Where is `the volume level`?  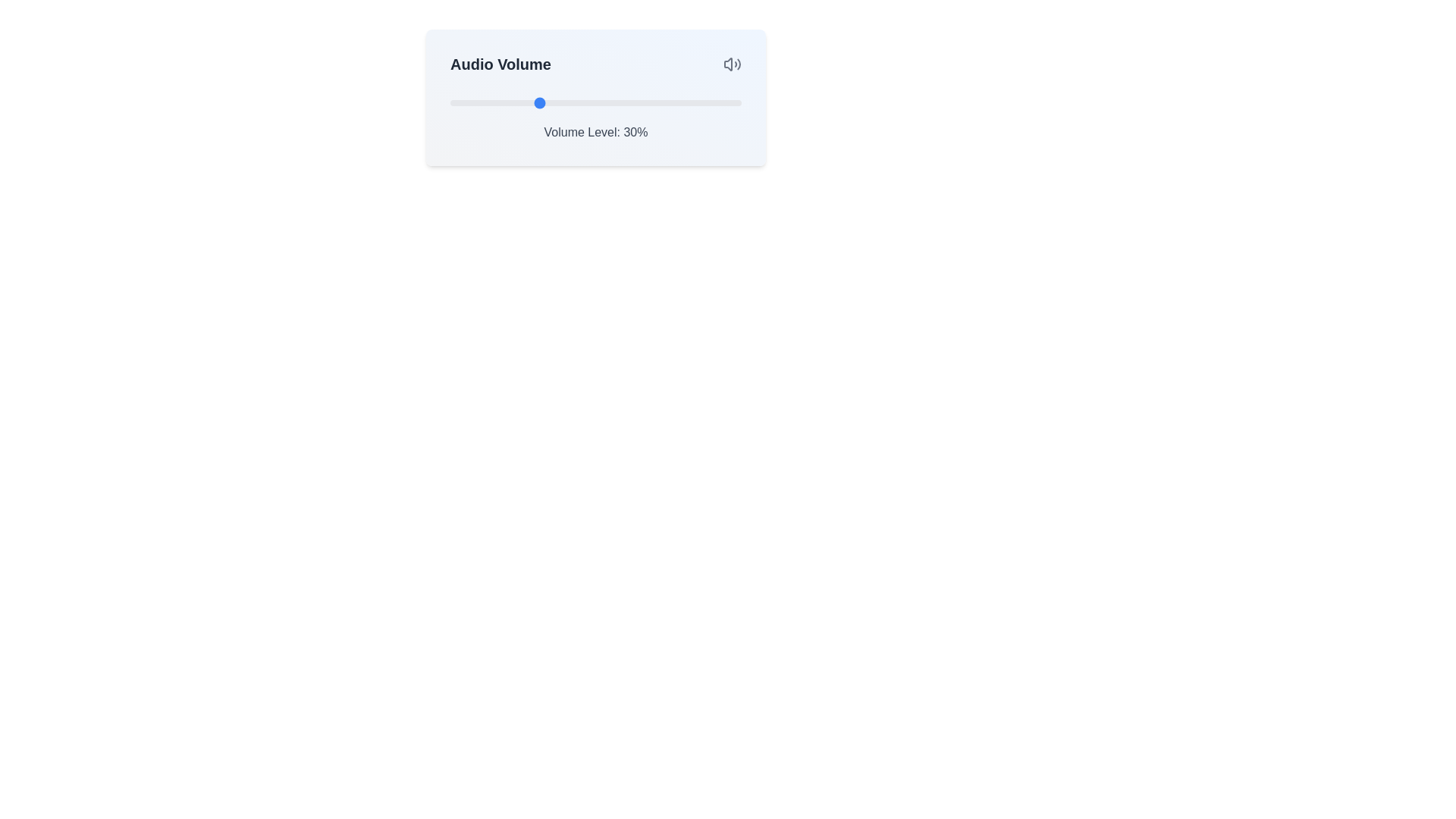
the volume level is located at coordinates (613, 102).